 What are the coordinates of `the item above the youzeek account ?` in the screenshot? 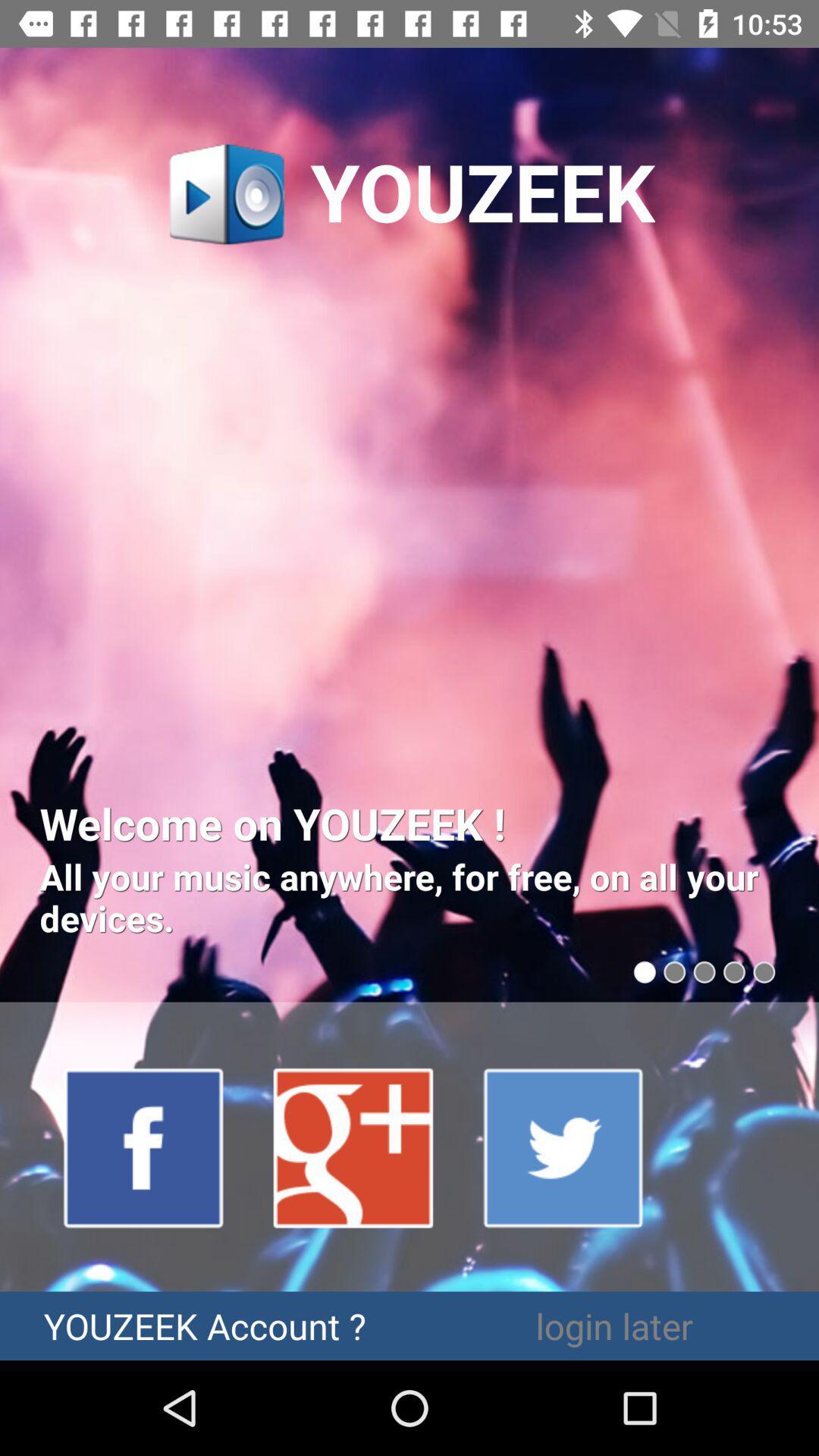 It's located at (144, 1147).